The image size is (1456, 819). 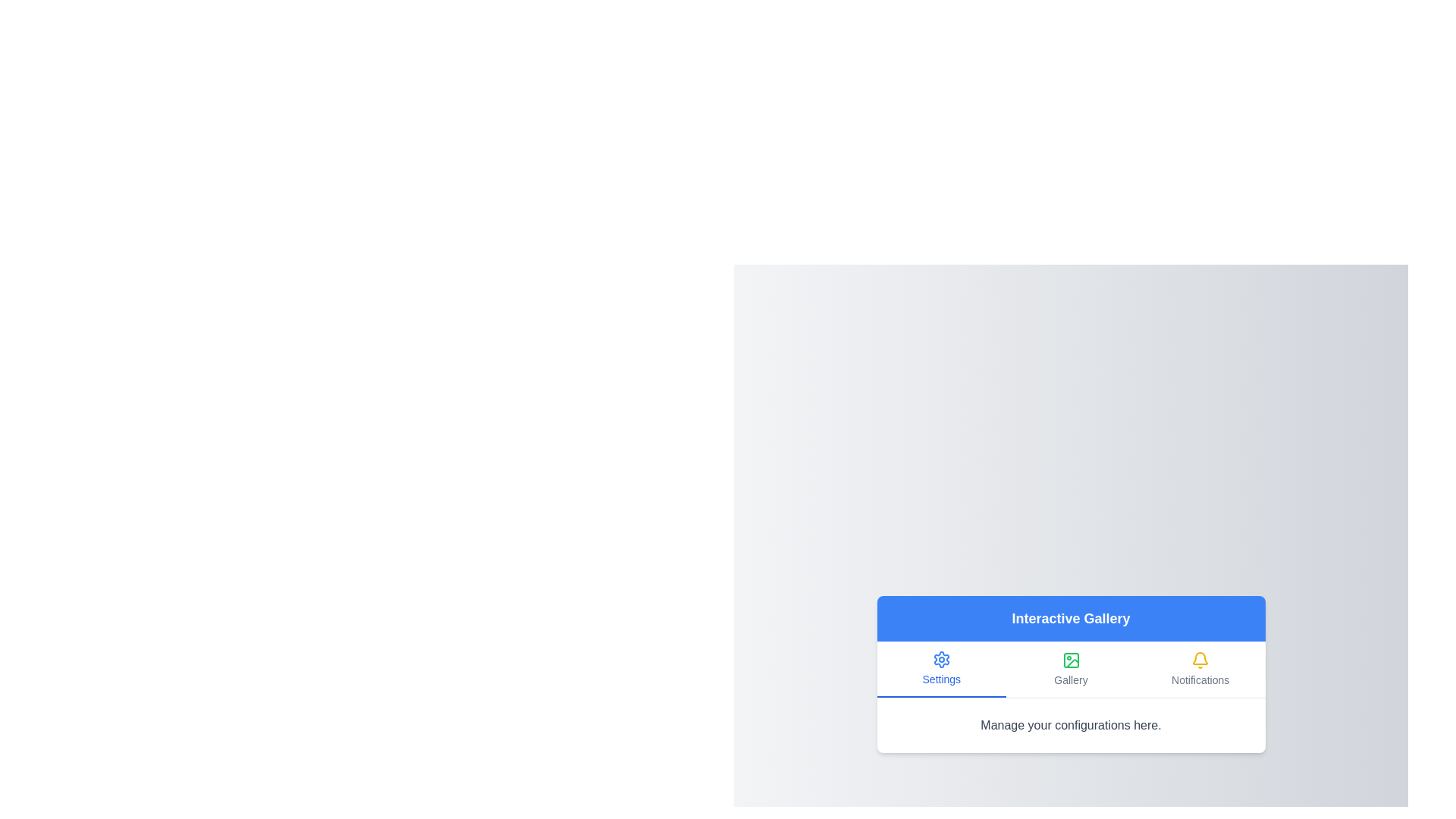 What do you see at coordinates (940, 668) in the screenshot?
I see `the tab labeled Settings` at bounding box center [940, 668].